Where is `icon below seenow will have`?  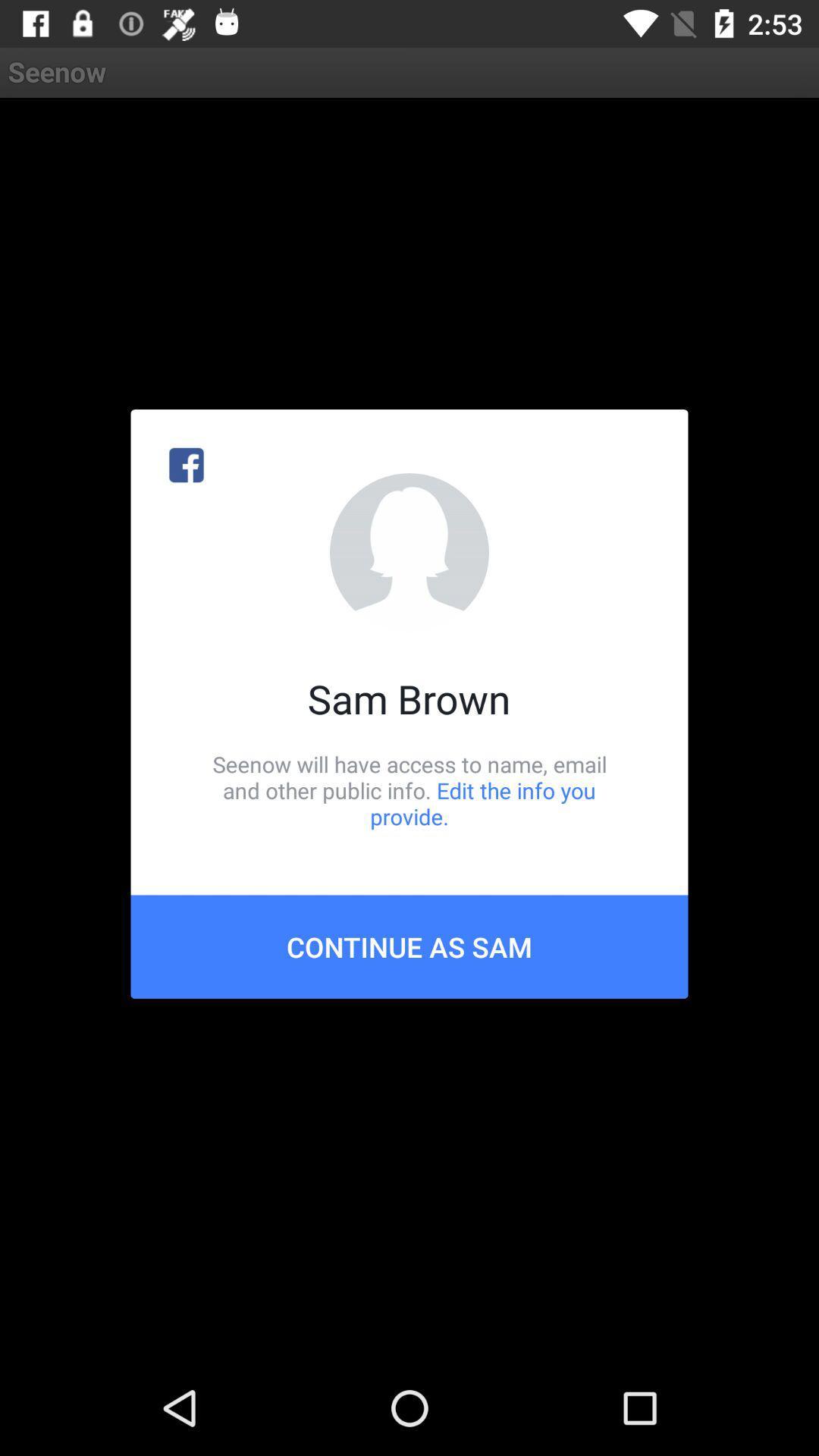 icon below seenow will have is located at coordinates (409, 946).